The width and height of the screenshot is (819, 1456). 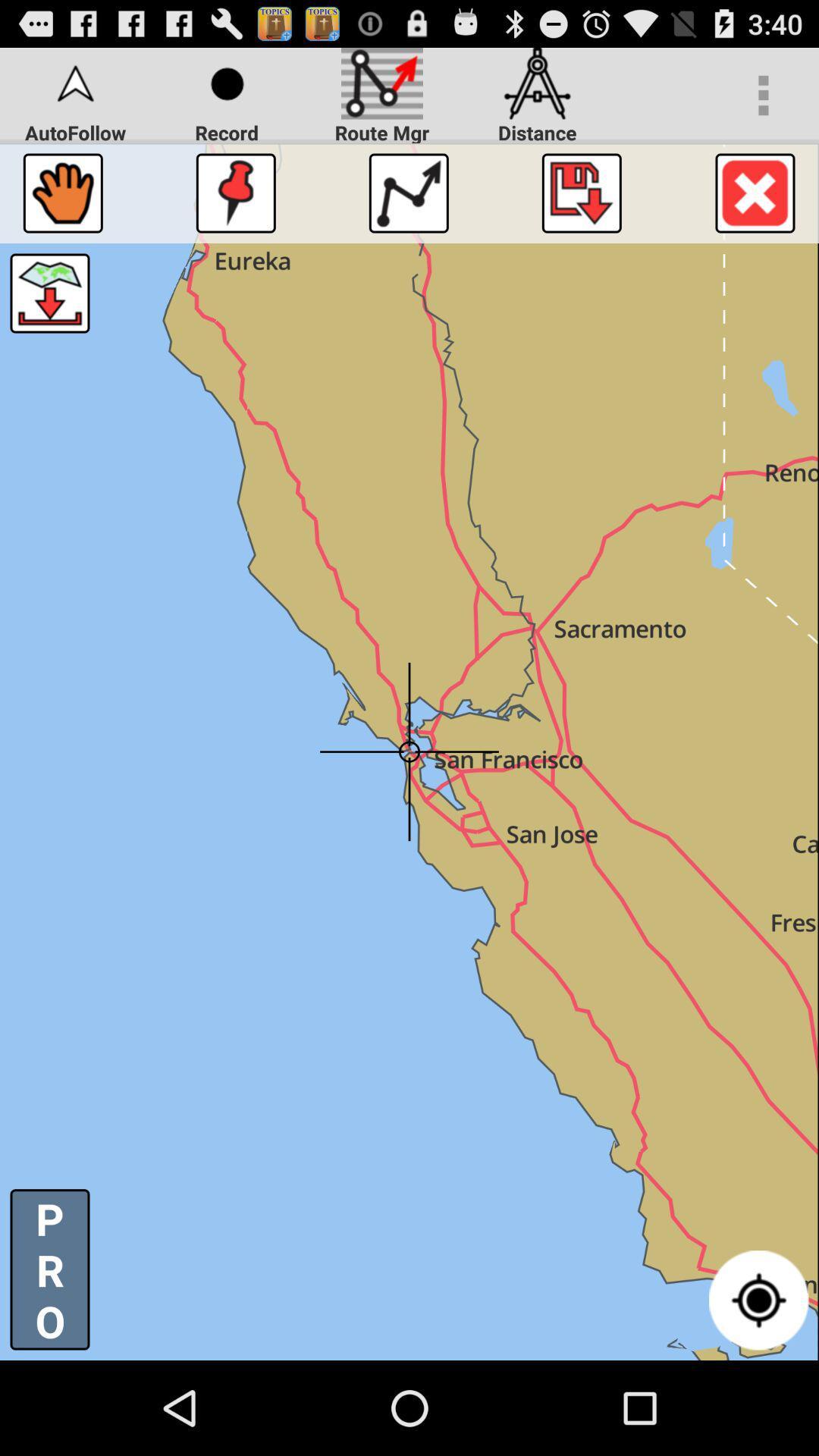 I want to click on app below the route mgr app, so click(x=408, y=192).